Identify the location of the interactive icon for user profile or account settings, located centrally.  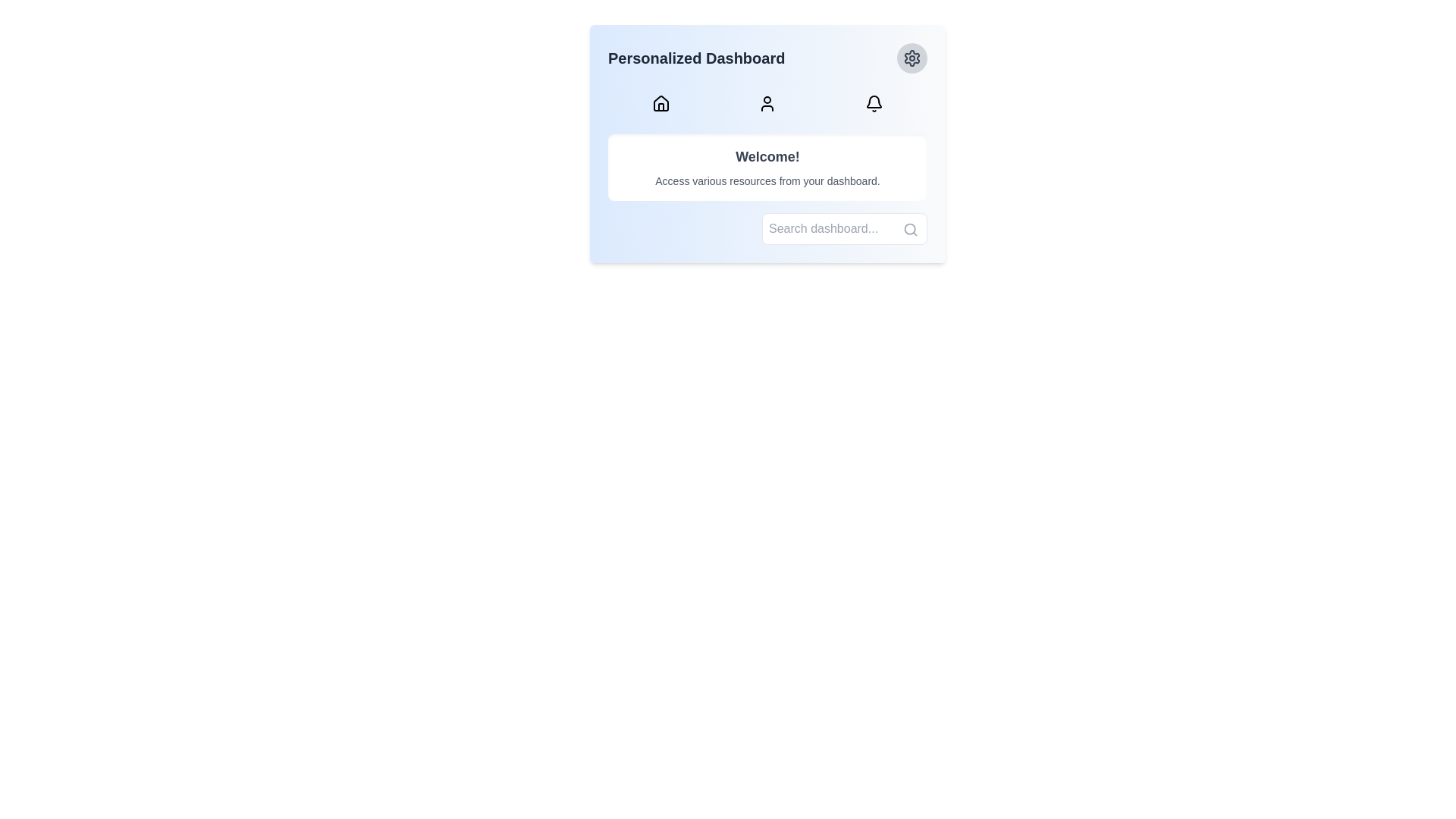
(767, 103).